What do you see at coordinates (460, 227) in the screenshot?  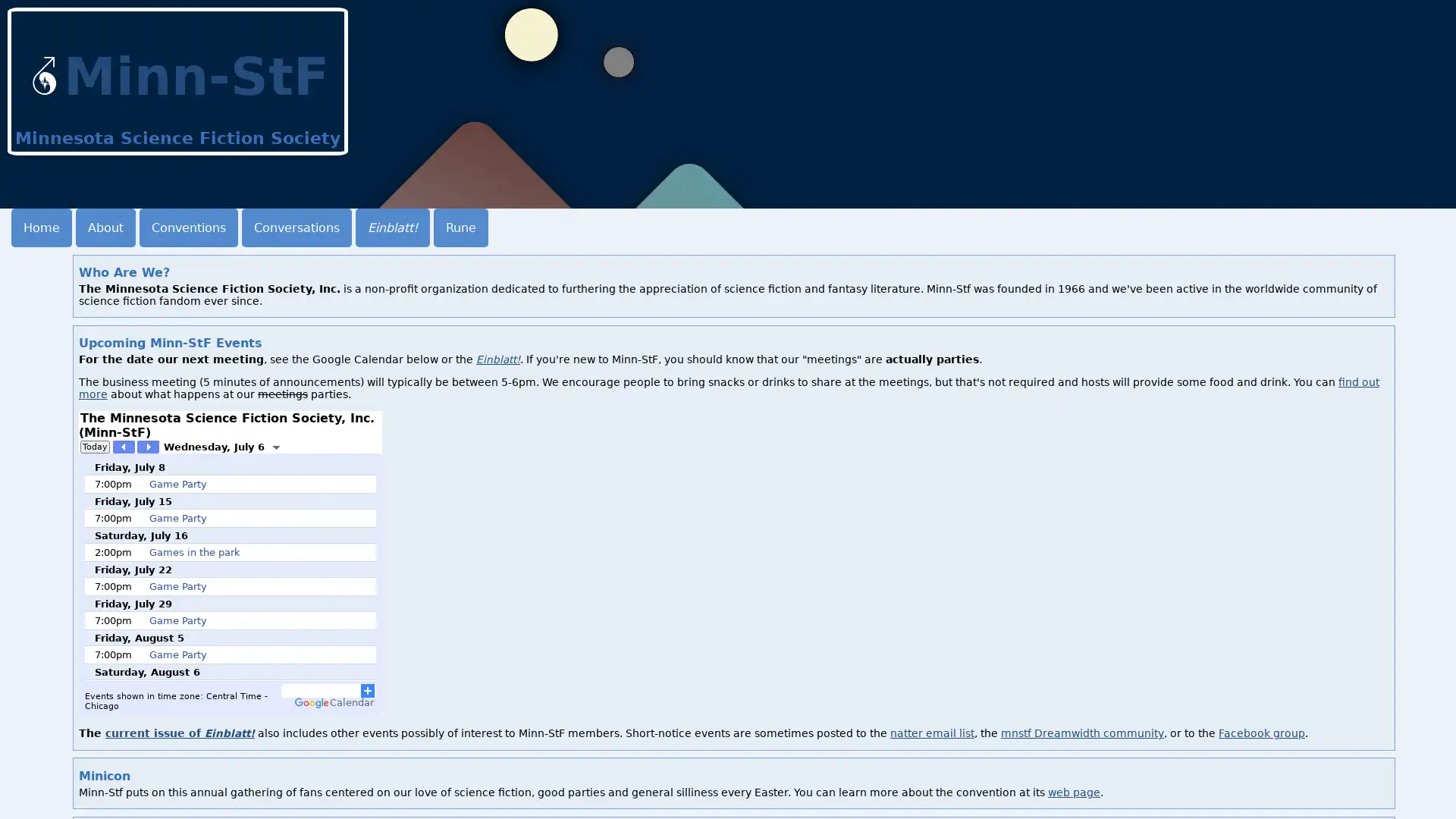 I see `Rune` at bounding box center [460, 227].